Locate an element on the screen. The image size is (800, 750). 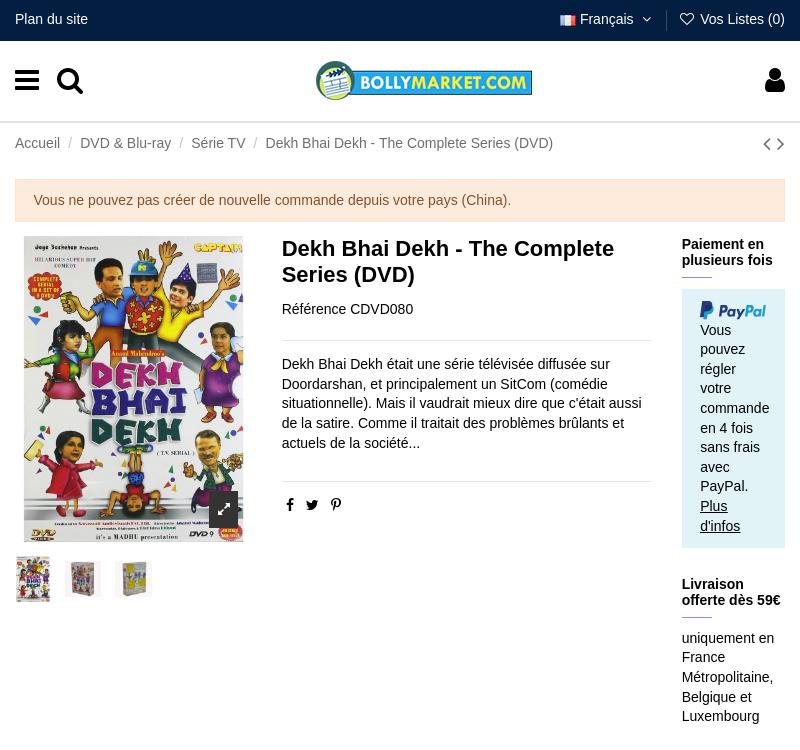
'Nombre de disques' is located at coordinates (79, 115).